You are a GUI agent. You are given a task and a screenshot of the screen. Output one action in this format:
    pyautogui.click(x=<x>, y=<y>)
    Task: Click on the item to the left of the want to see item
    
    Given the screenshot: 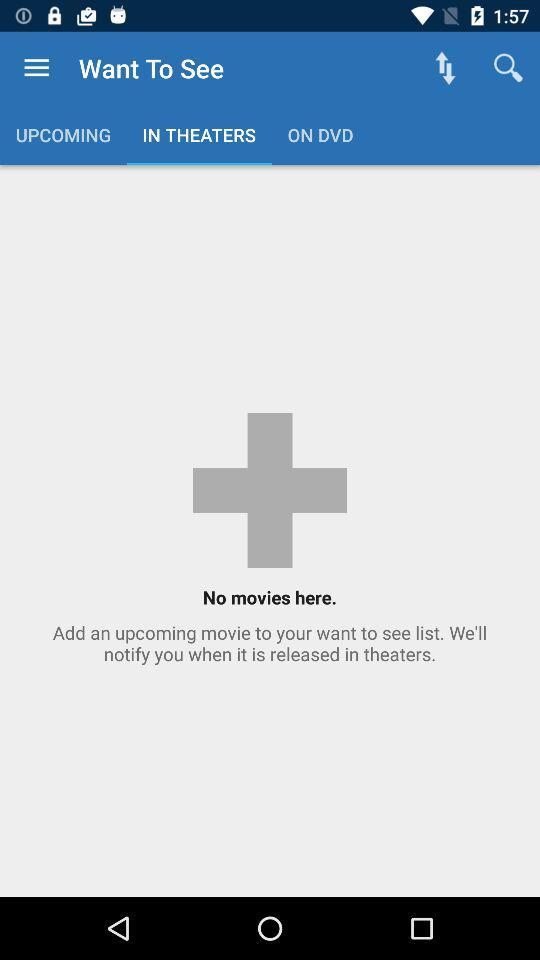 What is the action you would take?
    pyautogui.click(x=36, y=68)
    